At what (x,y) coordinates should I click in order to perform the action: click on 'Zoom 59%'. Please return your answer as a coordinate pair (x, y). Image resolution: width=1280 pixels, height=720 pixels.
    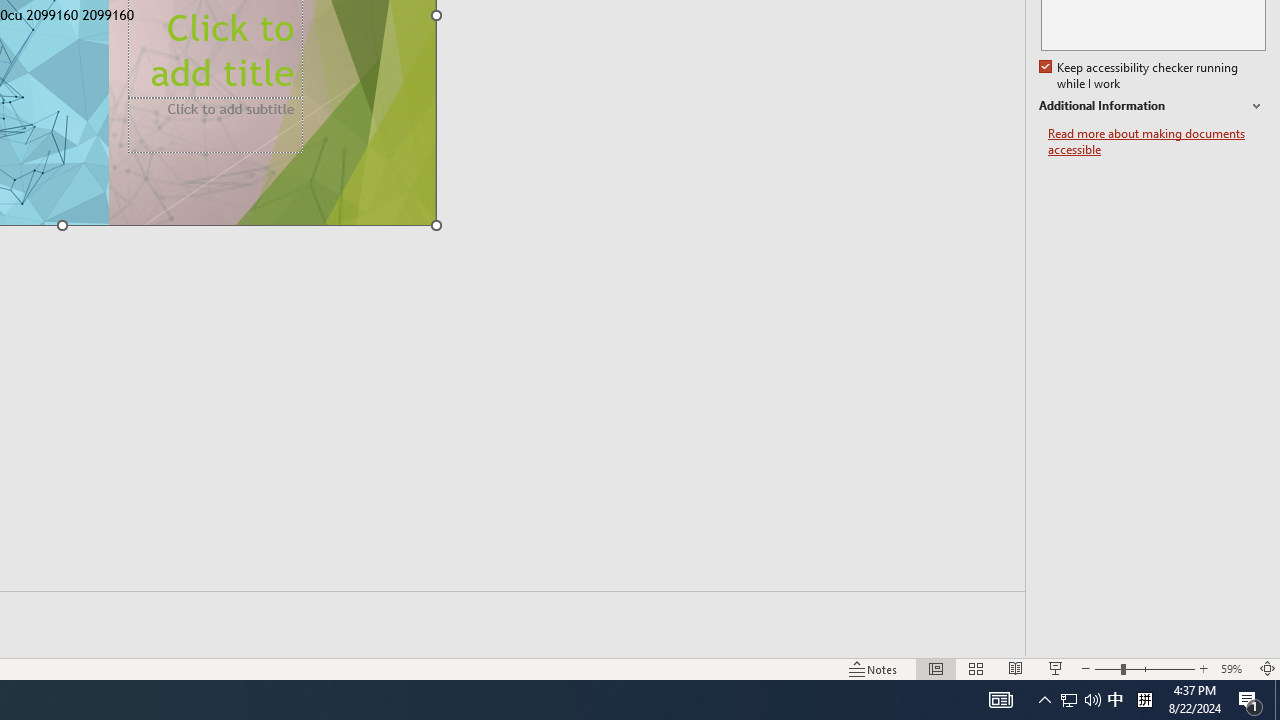
    Looking at the image, I should click on (1233, 669).